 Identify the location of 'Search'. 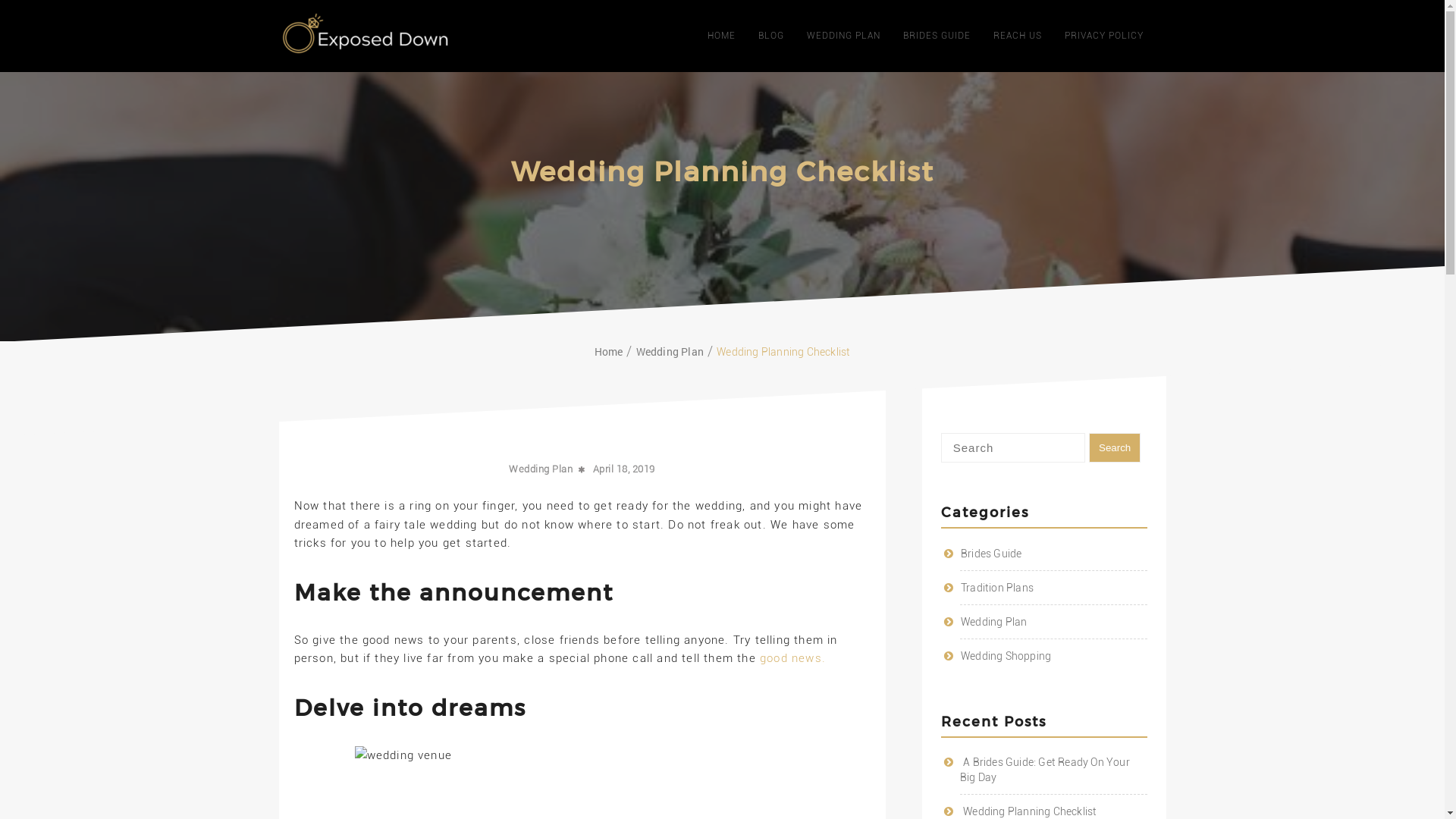
(1114, 447).